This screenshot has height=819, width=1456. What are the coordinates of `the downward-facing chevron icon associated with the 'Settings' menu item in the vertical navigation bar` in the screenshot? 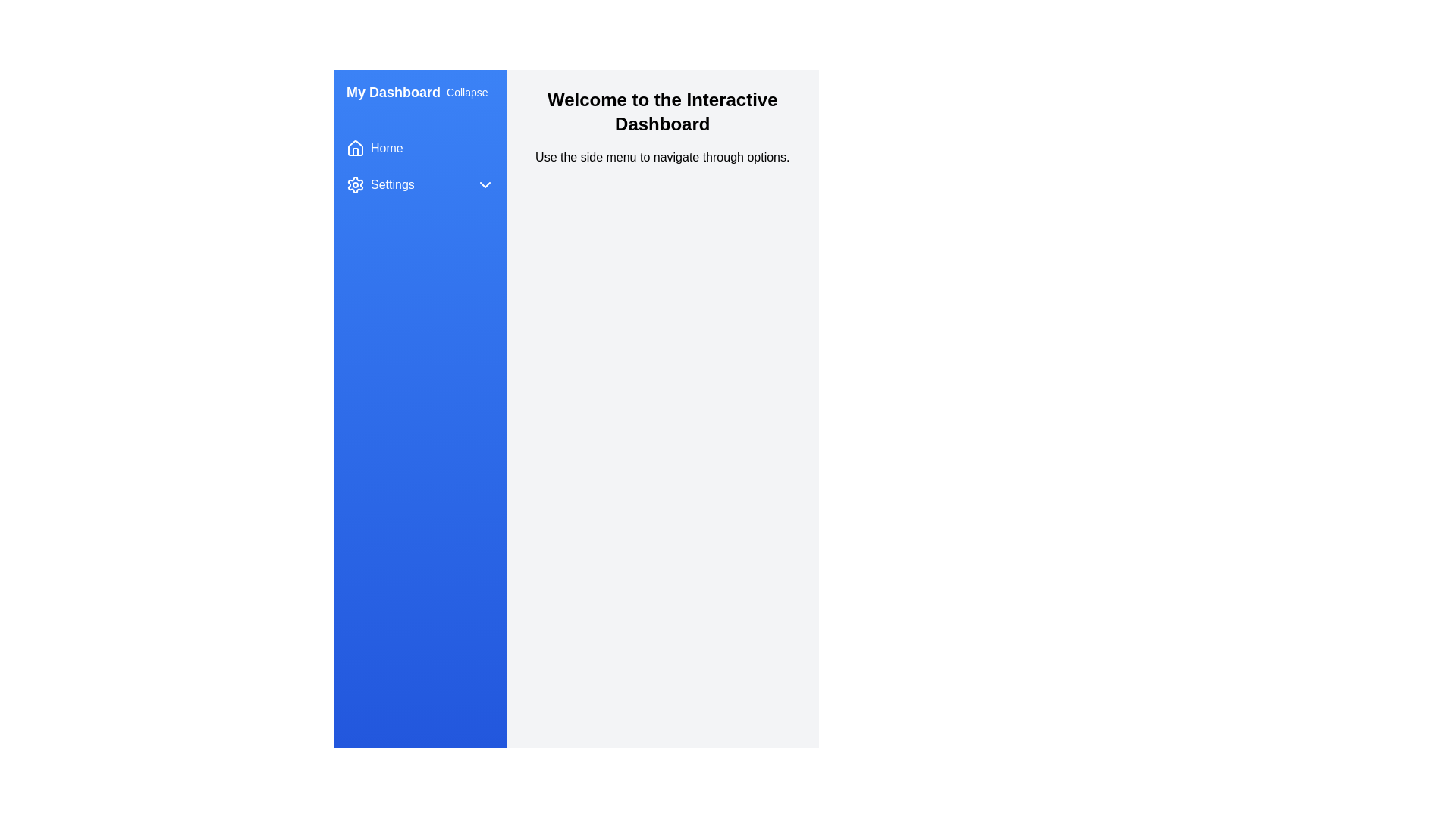 It's located at (484, 184).